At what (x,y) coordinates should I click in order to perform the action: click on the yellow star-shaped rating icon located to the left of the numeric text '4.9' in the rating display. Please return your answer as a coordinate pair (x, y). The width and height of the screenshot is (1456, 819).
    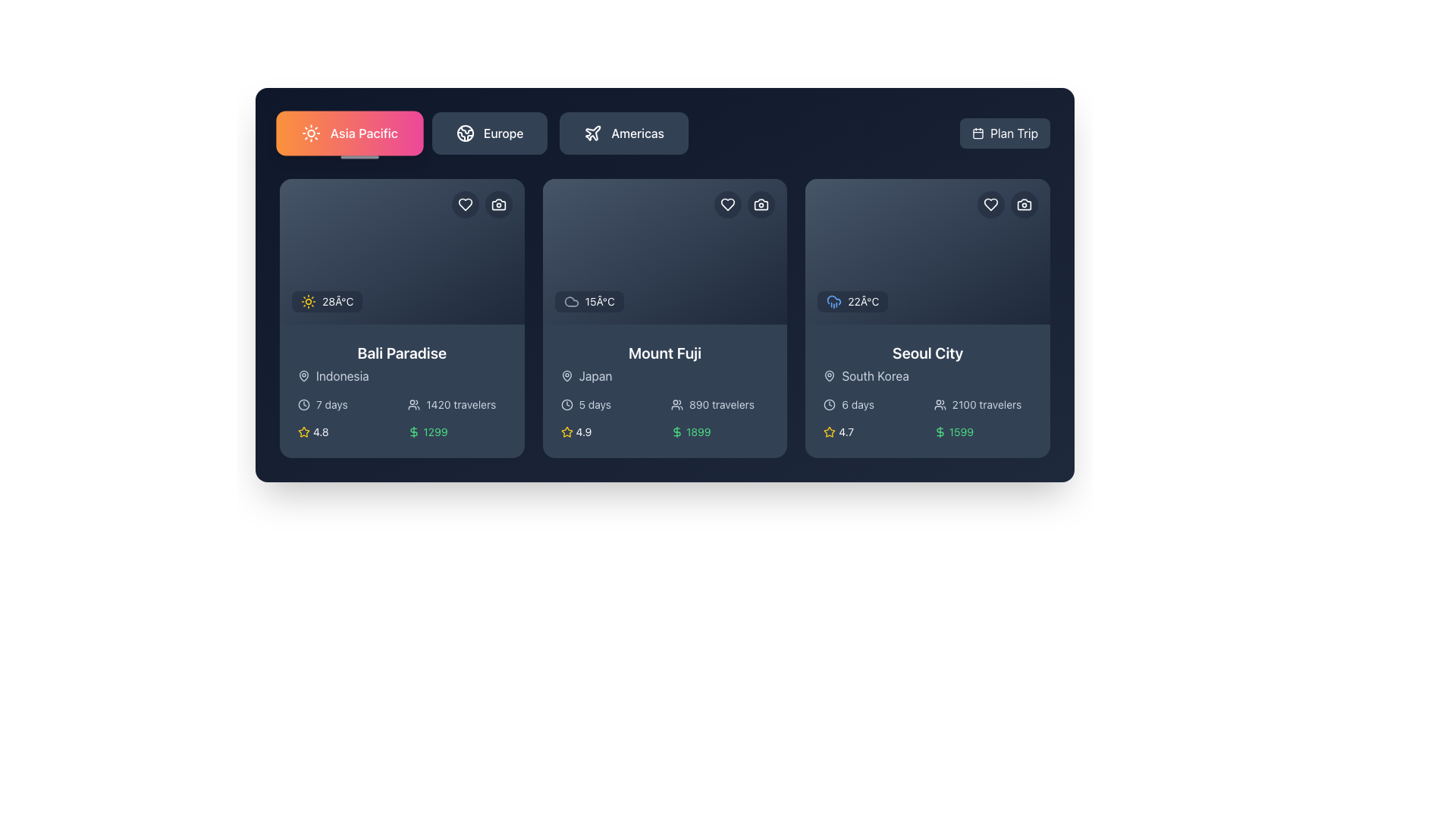
    Looking at the image, I should click on (566, 432).